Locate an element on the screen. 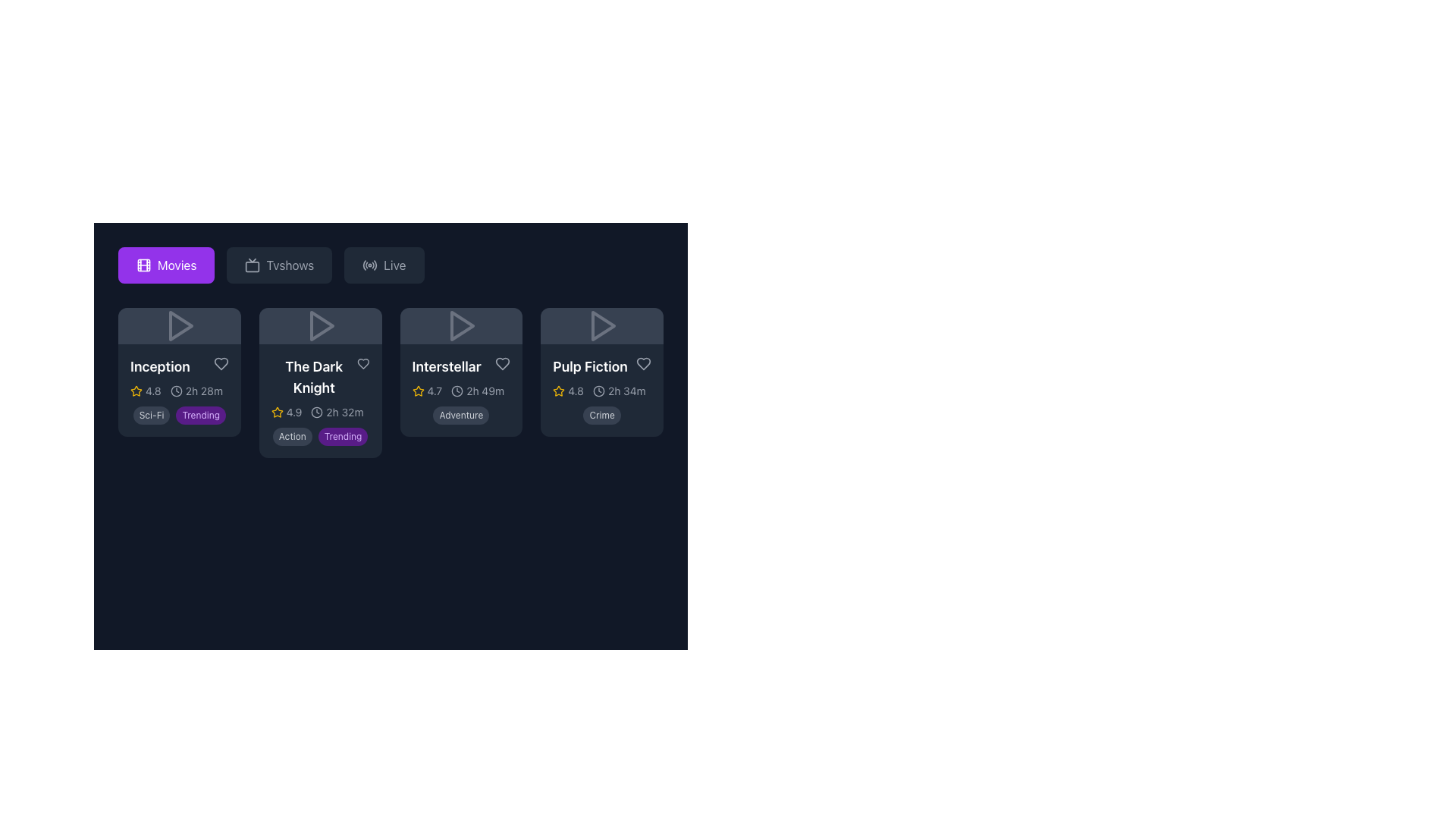 Image resolution: width=1456 pixels, height=819 pixels. the static text label displaying 'Inception' in bold white font, located at the top-left corner of the first movie selection card in a grid layout is located at coordinates (160, 366).